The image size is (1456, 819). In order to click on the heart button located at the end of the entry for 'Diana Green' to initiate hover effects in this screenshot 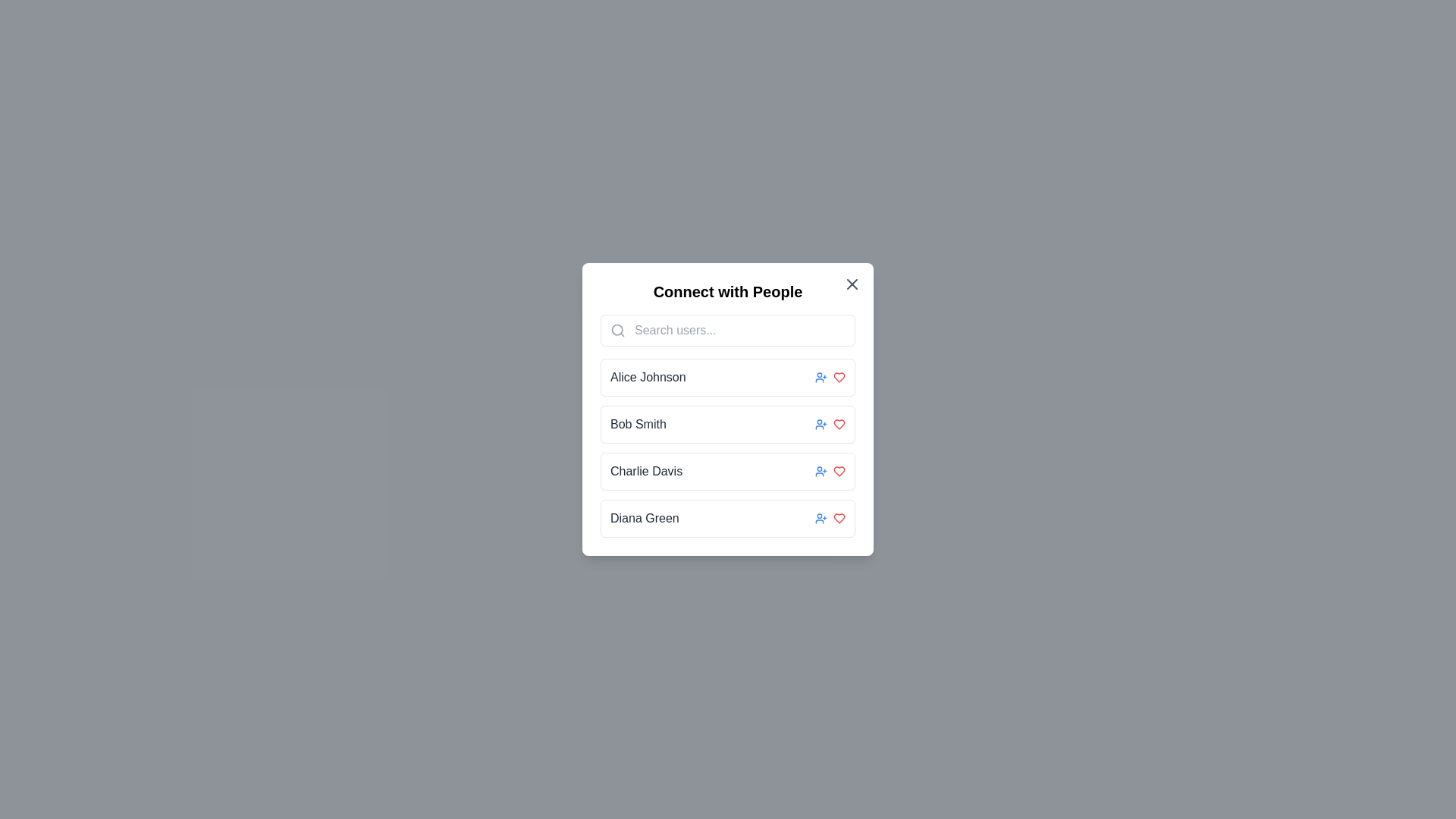, I will do `click(839, 517)`.